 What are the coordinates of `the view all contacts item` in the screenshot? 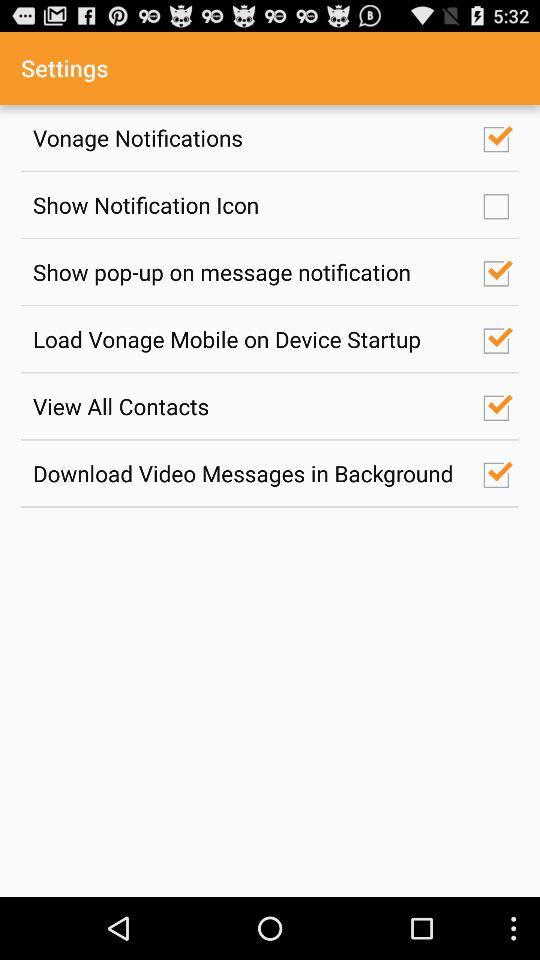 It's located at (247, 405).